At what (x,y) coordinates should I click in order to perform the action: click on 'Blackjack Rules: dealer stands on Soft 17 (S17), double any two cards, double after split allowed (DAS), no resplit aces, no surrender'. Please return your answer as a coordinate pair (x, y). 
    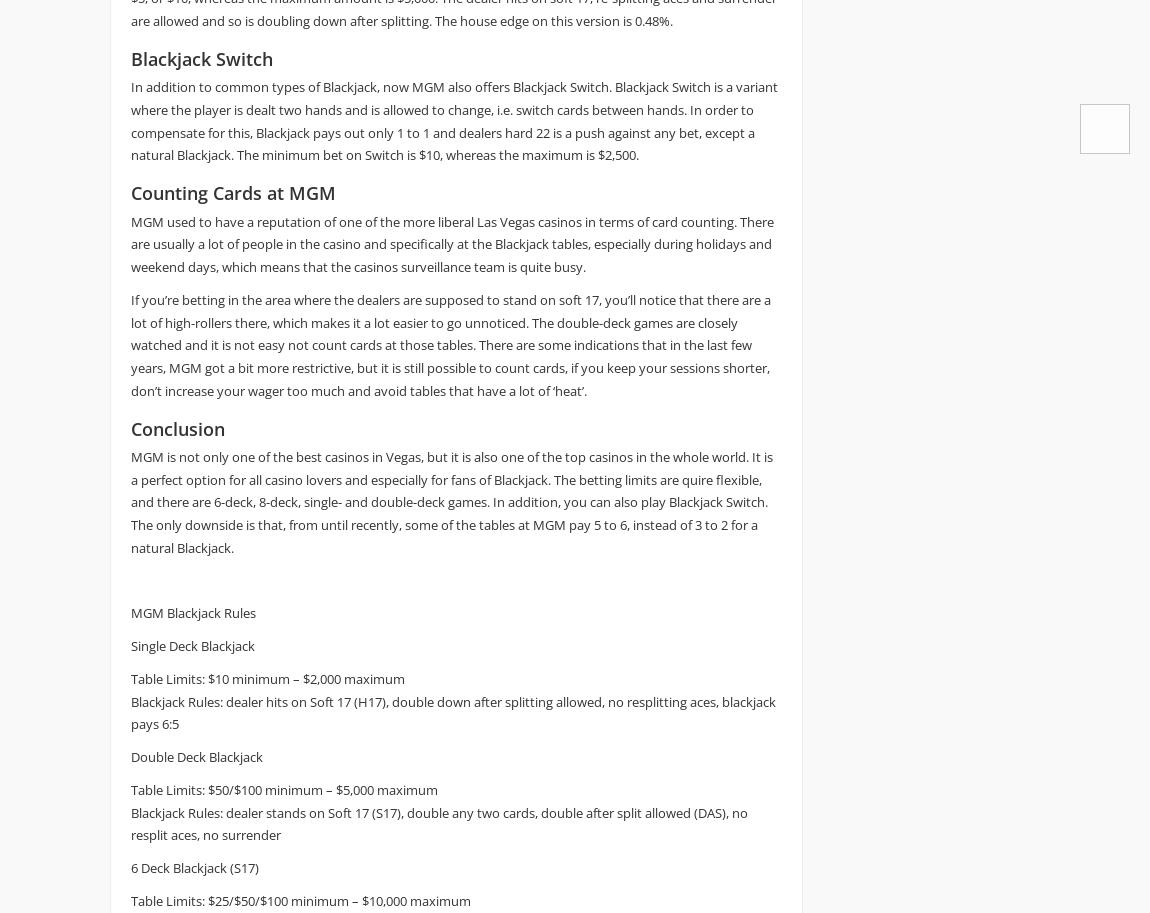
    Looking at the image, I should click on (439, 822).